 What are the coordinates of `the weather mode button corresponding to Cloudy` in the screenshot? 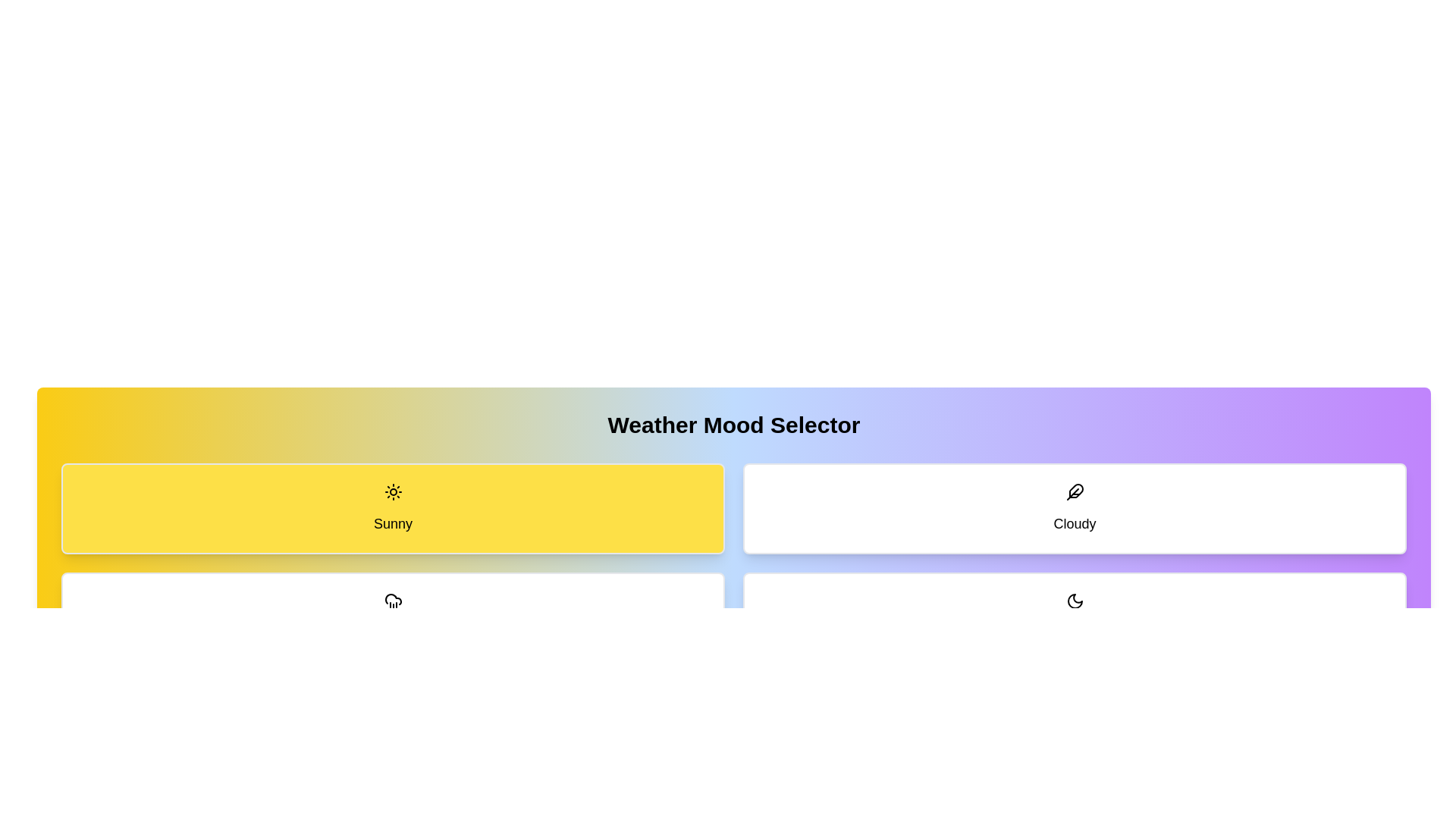 It's located at (1074, 509).